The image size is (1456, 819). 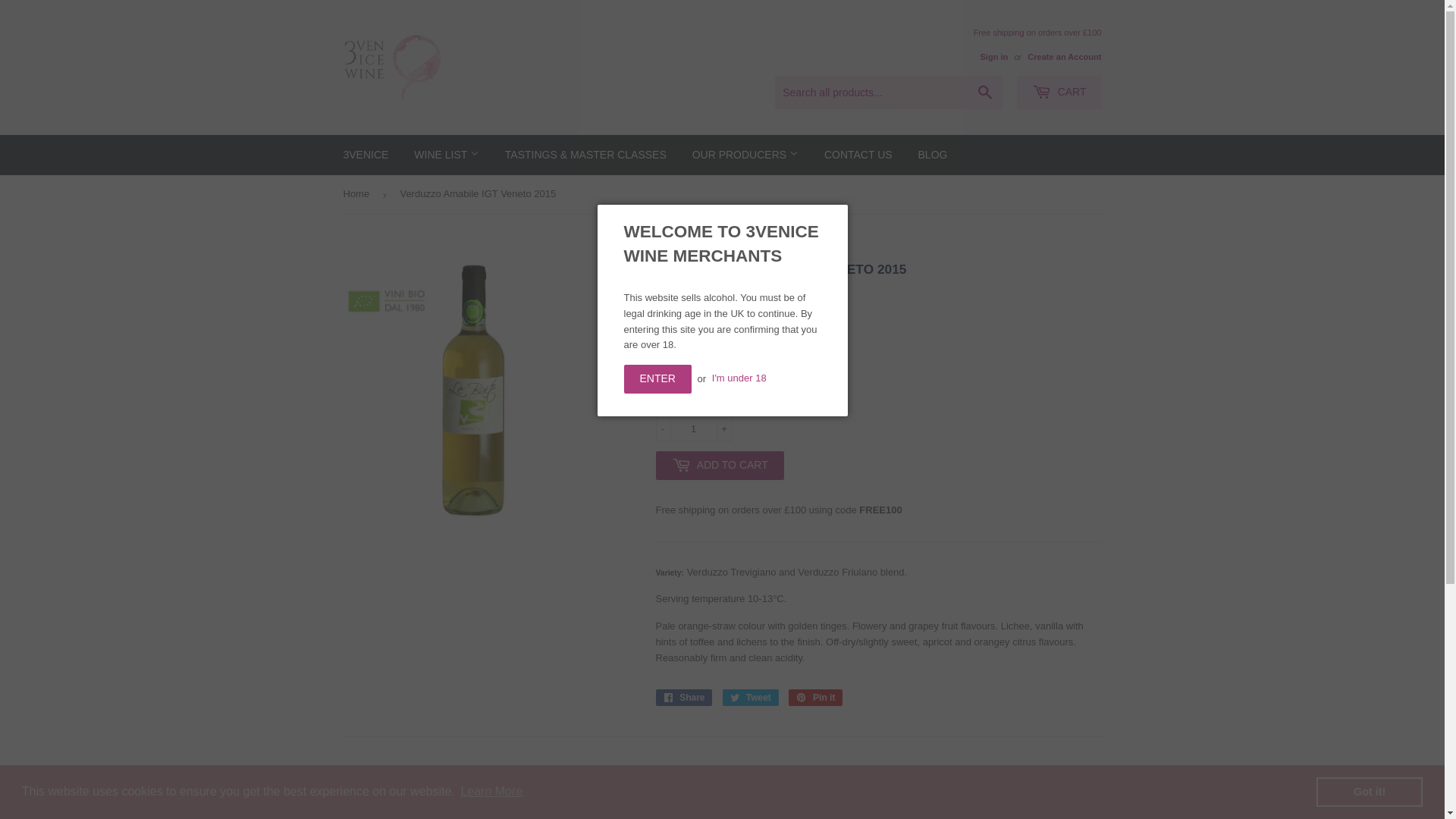 I want to click on '3VENICE', so click(x=331, y=155).